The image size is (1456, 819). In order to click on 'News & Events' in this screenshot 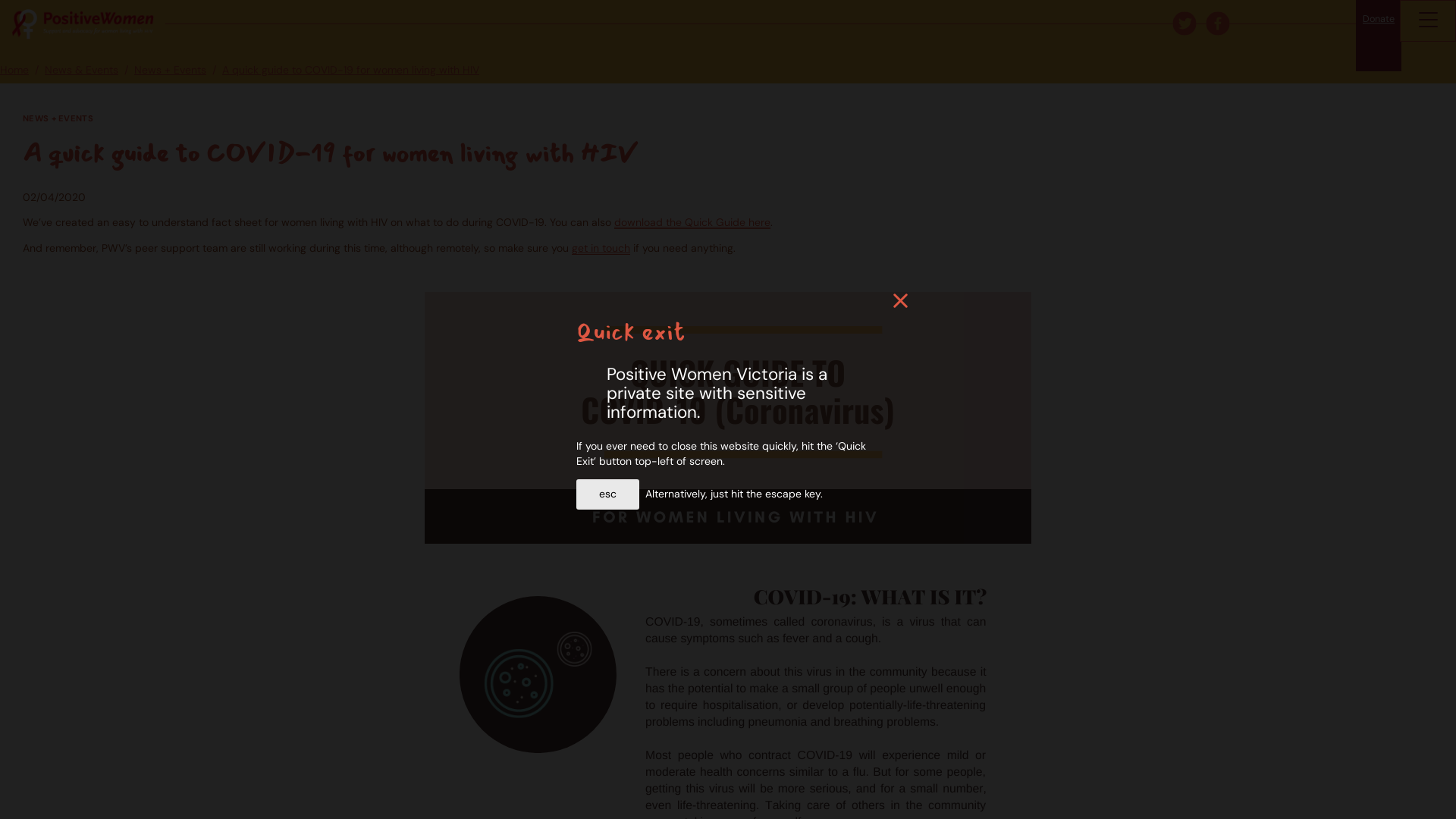, I will do `click(80, 70)`.